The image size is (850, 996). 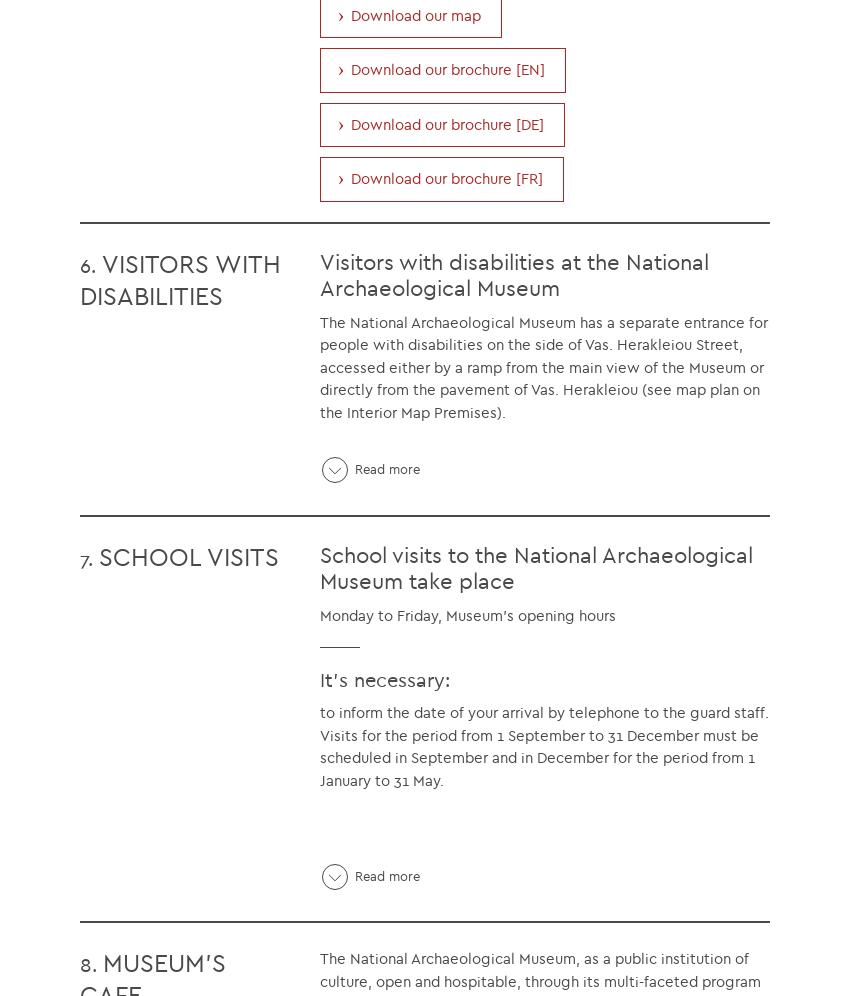 What do you see at coordinates (320, 566) in the screenshot?
I see `'School visits to the National Archaeological Museum take place'` at bounding box center [320, 566].